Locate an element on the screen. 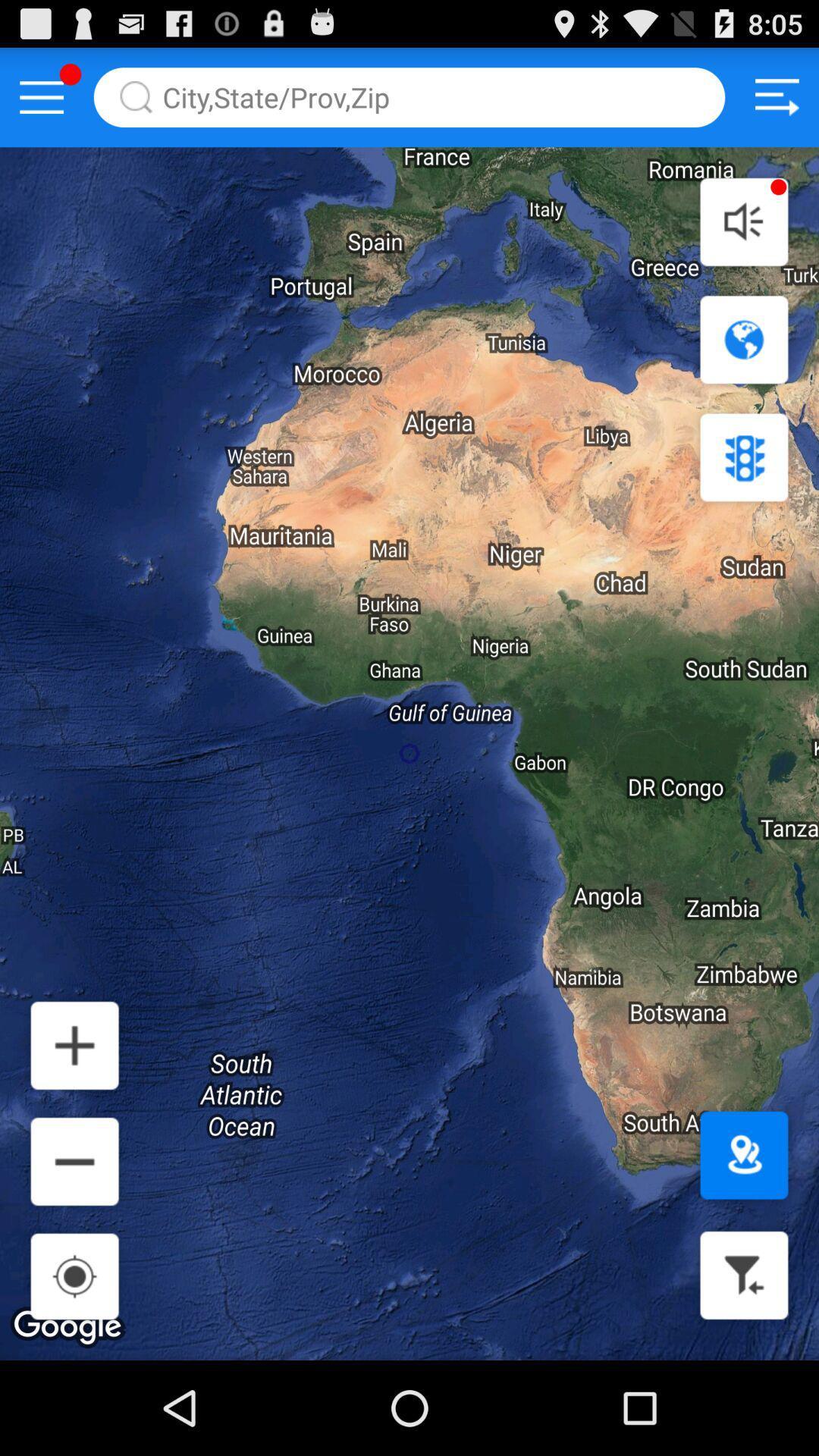  volume is located at coordinates (743, 221).